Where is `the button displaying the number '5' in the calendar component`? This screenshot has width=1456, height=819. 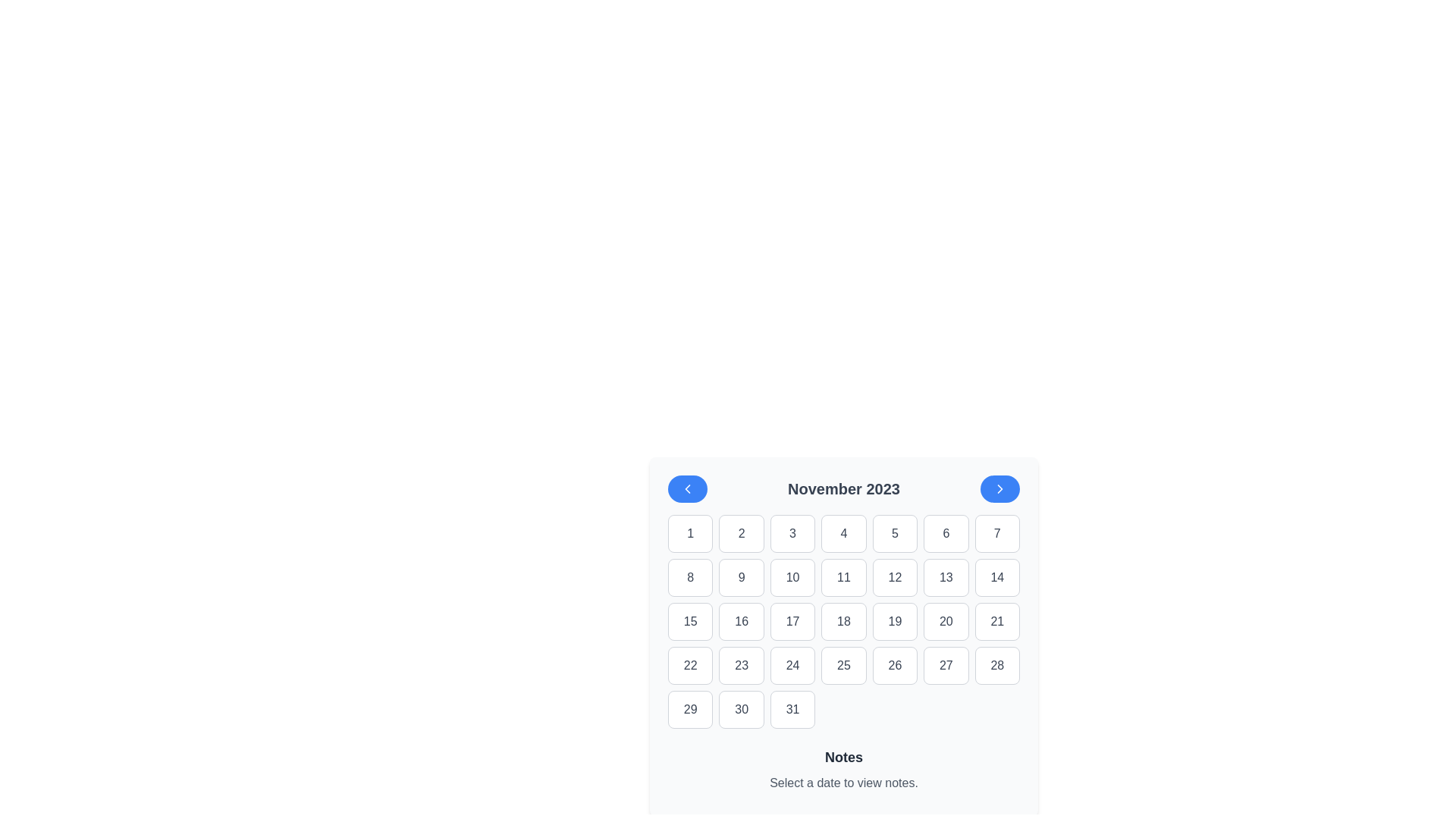
the button displaying the number '5' in the calendar component is located at coordinates (895, 533).